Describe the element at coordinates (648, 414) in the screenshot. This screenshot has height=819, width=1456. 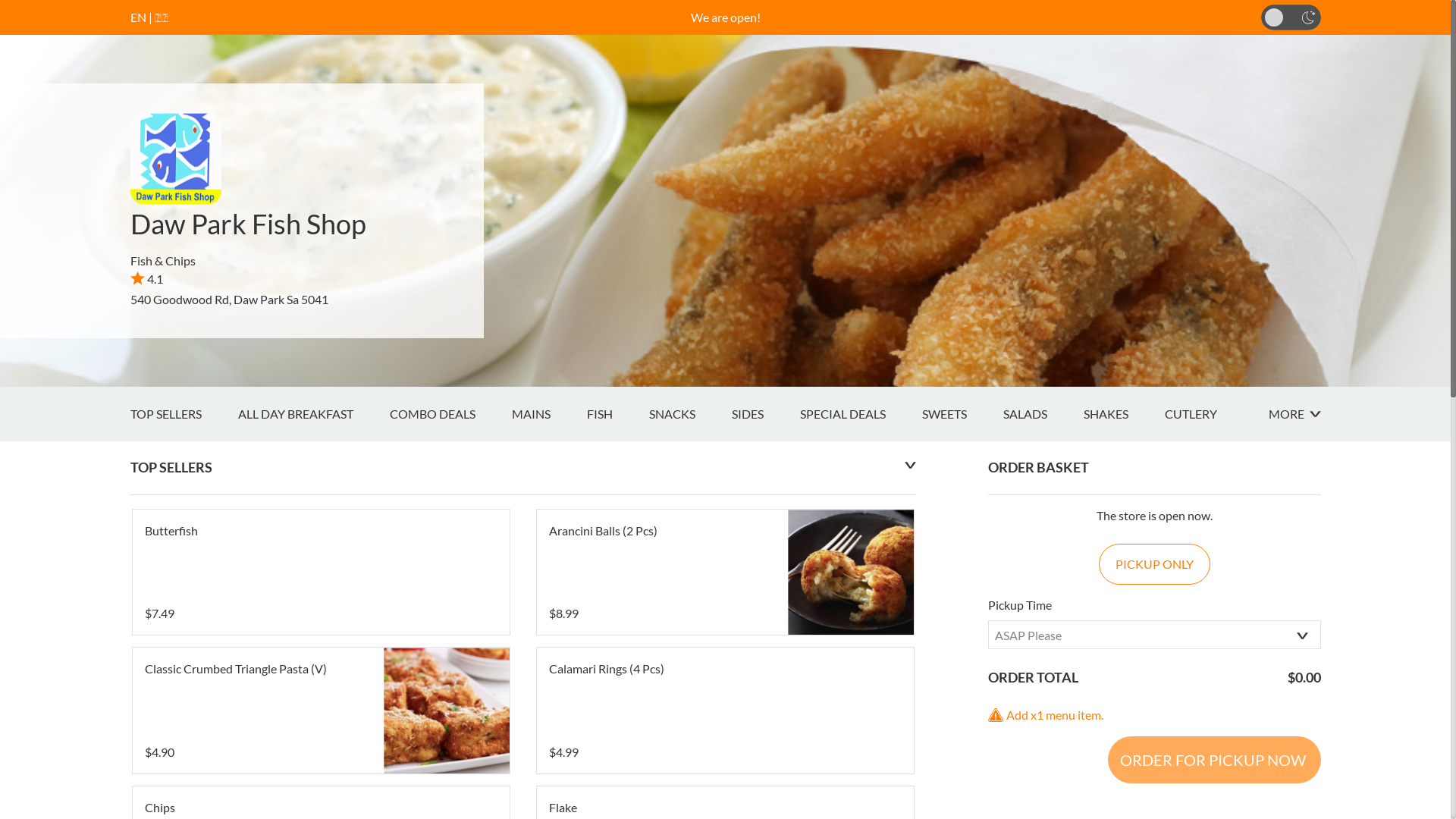
I see `'SNACKS'` at that location.